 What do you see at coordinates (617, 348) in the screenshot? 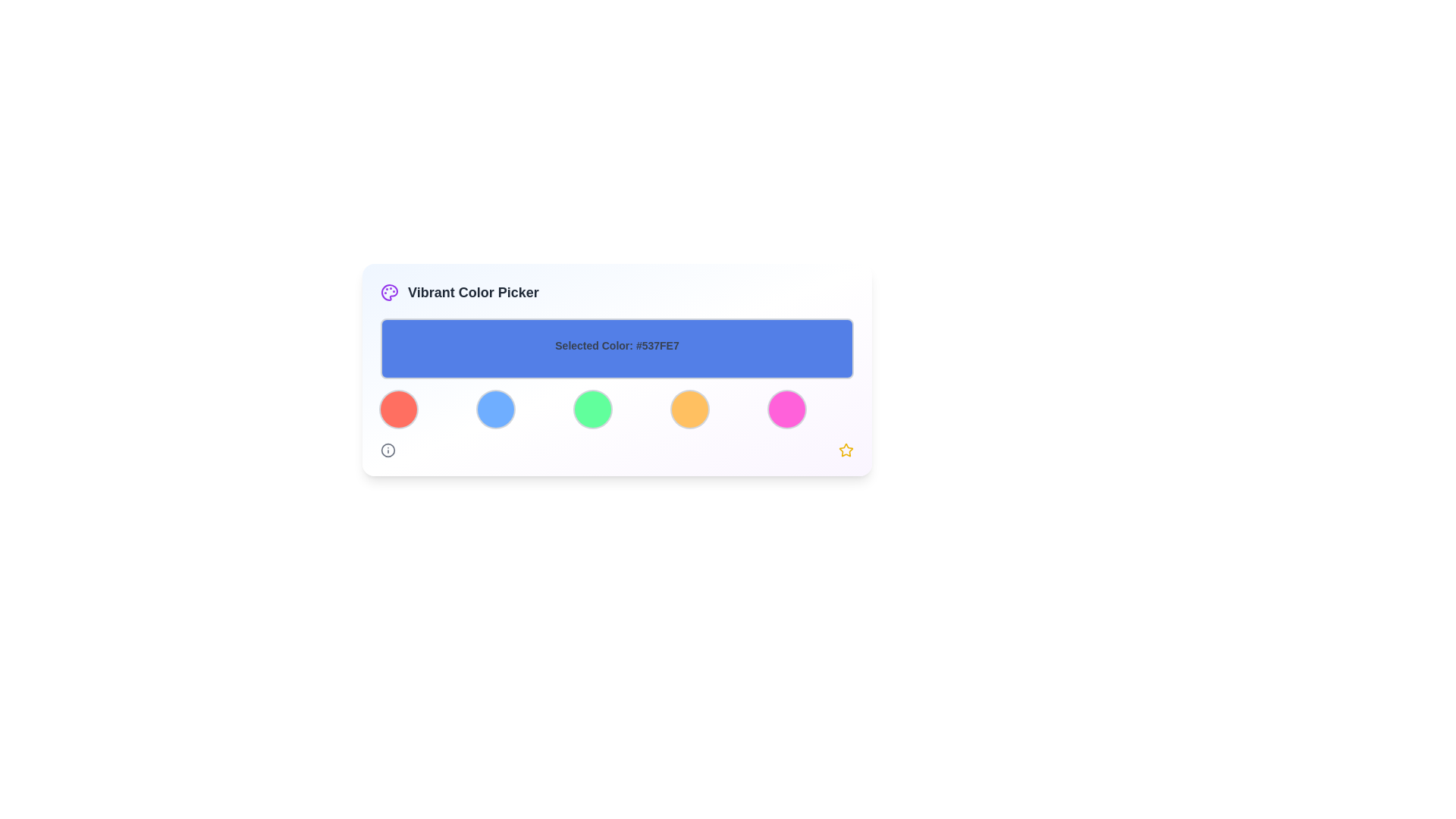
I see `text displayed in the informational Text Label that shows the currently selected color's name and code, located centrally below the header 'Vibrant Color Picker'` at bounding box center [617, 348].